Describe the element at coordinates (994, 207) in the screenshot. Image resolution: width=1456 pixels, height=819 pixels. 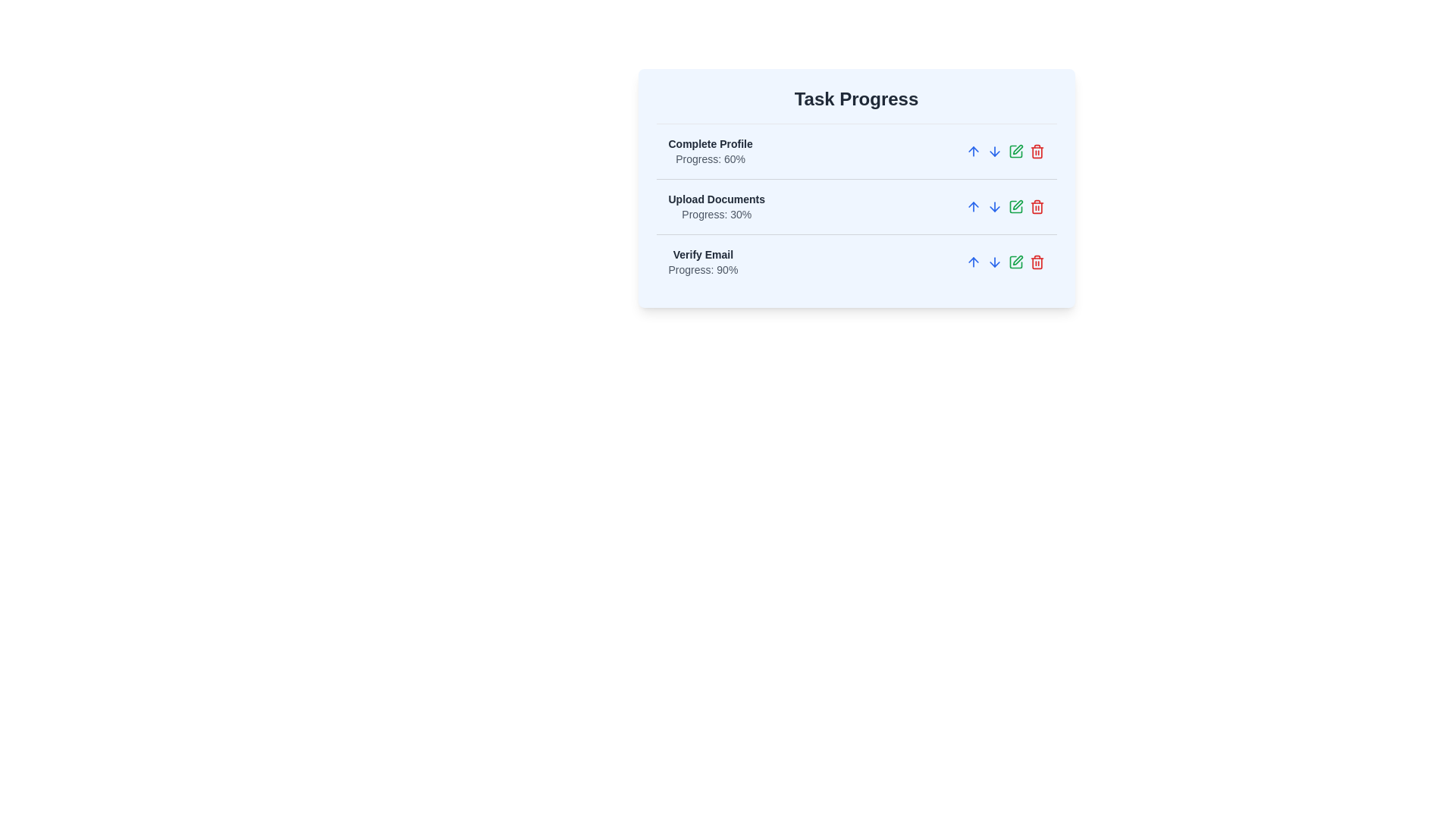
I see `the downward-pointing blue arrow icon next to the upload documents action` at that location.